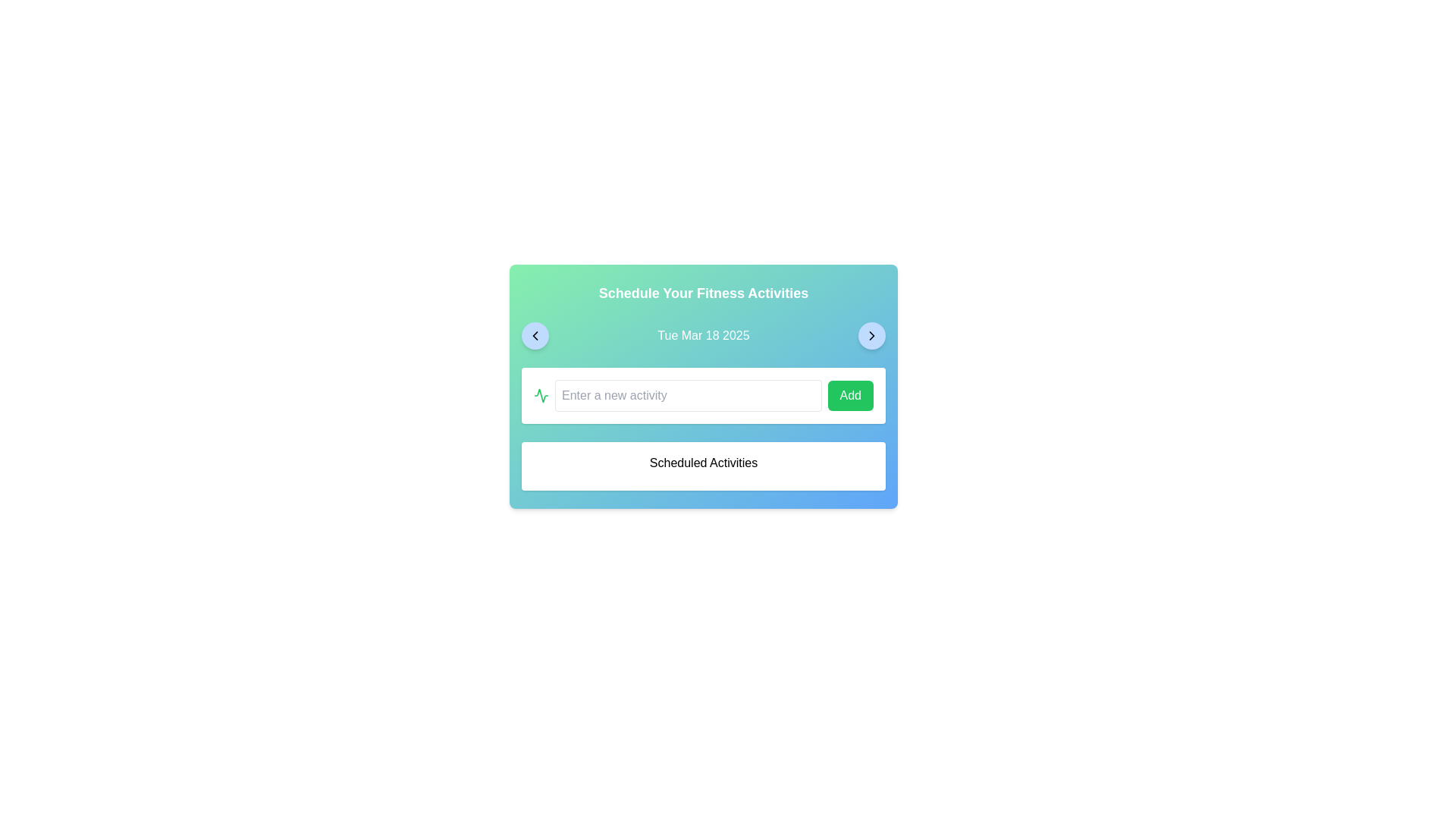  I want to click on the label indicating the currently selected date in the 'Schedule Your Fitness Activities' card, positioned above the input field and 'Add' button, between two circular blue buttons with left and right chevron icons, so click(702, 335).